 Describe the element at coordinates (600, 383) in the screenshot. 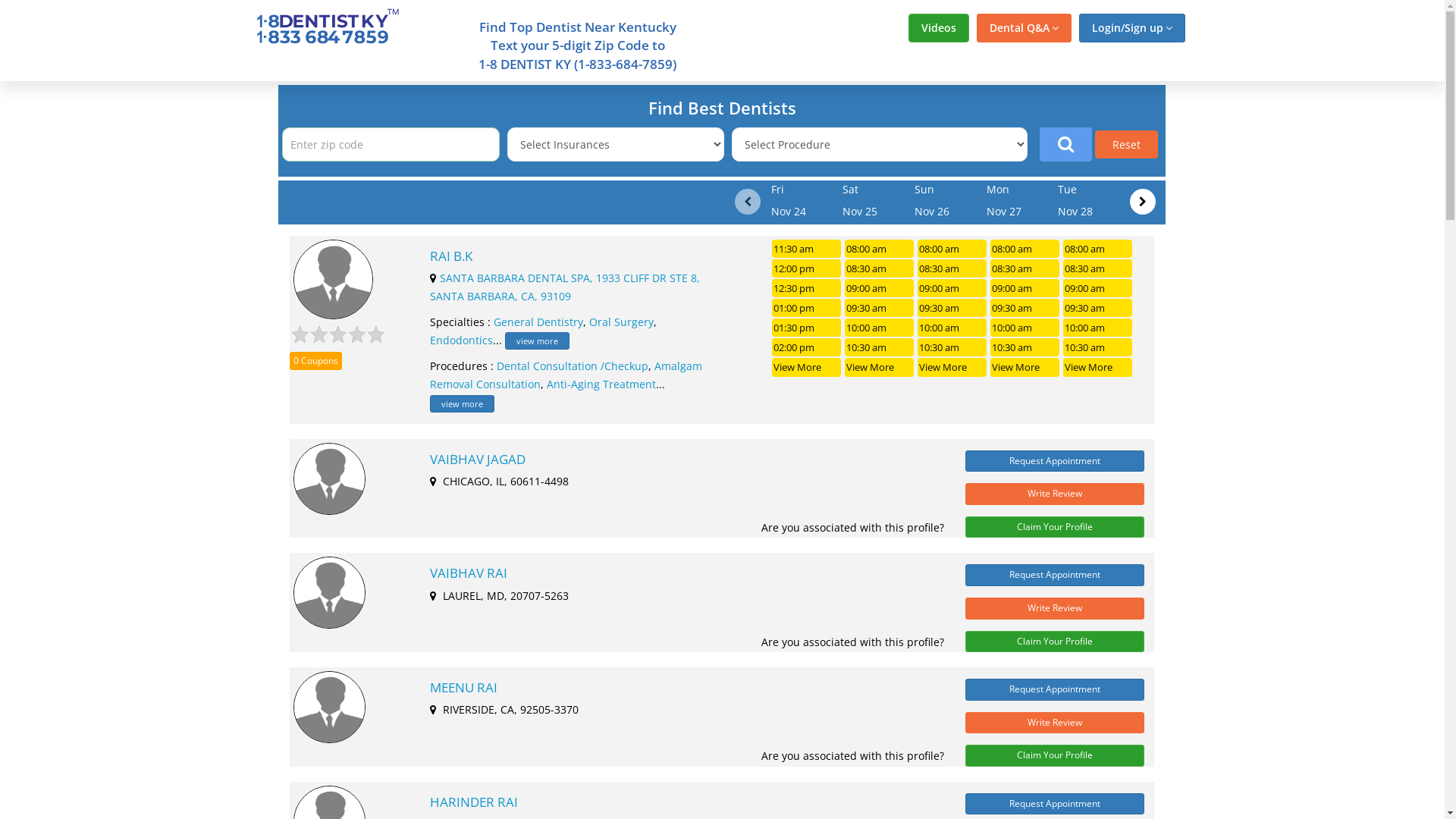

I see `'Anti-Aging Treatment'` at that location.